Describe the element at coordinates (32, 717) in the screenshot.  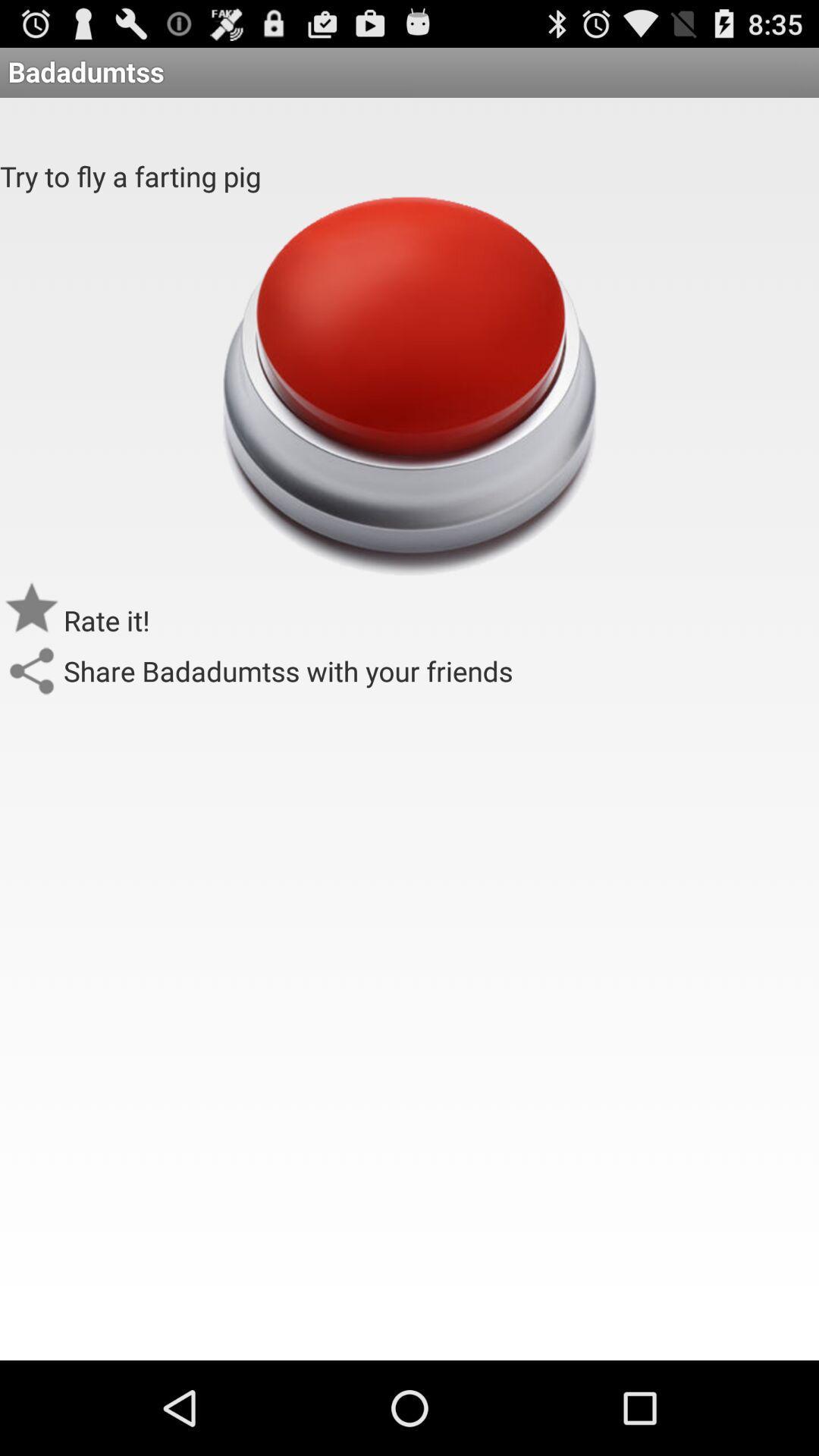
I see `the share icon` at that location.